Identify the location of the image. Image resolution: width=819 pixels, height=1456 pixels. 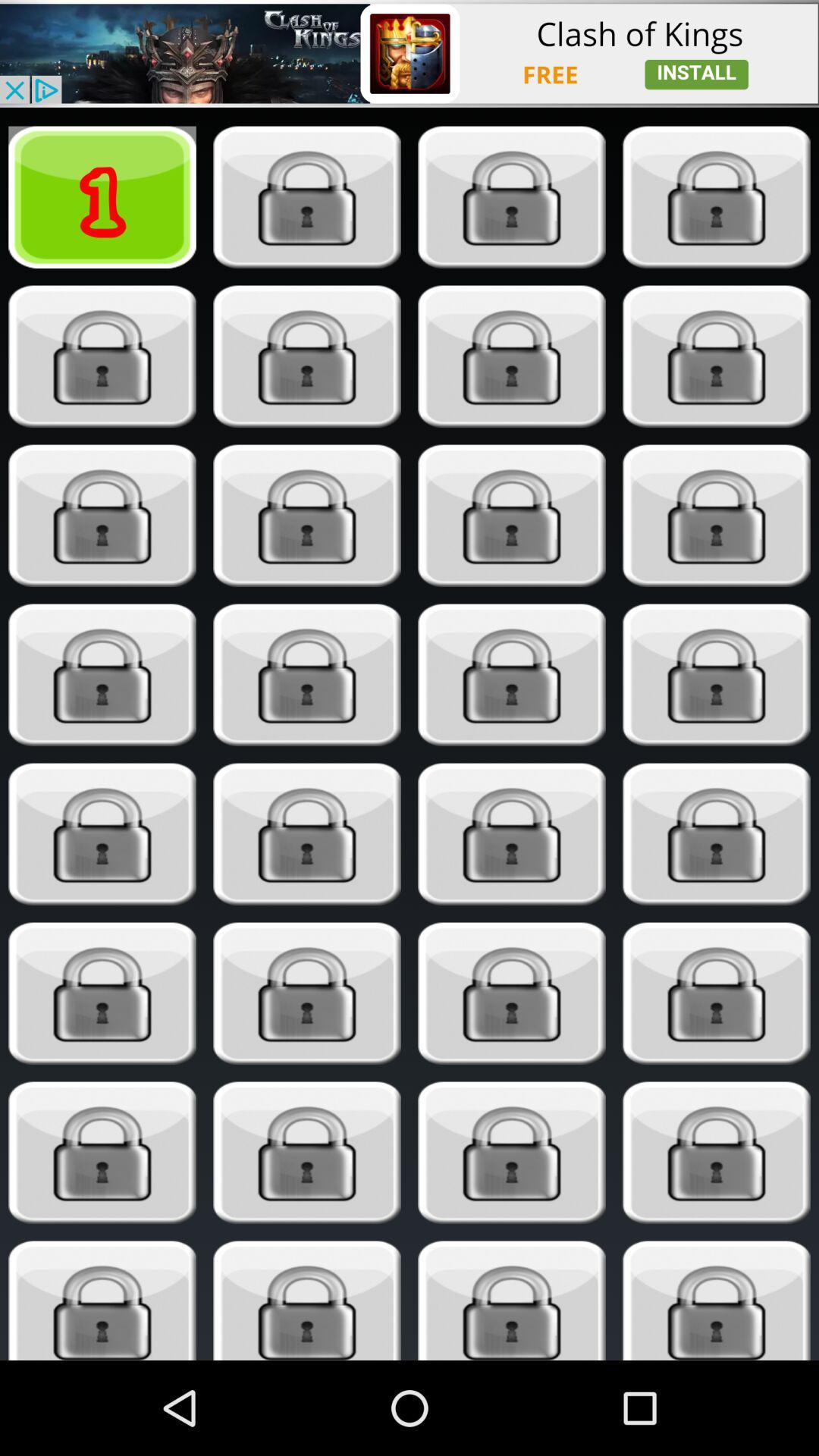
(307, 833).